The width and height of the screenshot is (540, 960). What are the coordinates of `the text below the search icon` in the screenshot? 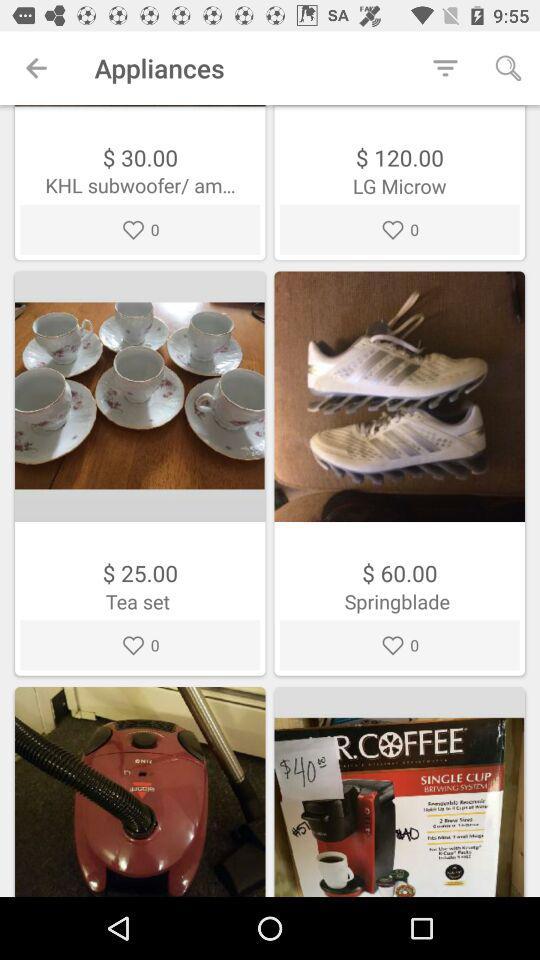 It's located at (399, 185).